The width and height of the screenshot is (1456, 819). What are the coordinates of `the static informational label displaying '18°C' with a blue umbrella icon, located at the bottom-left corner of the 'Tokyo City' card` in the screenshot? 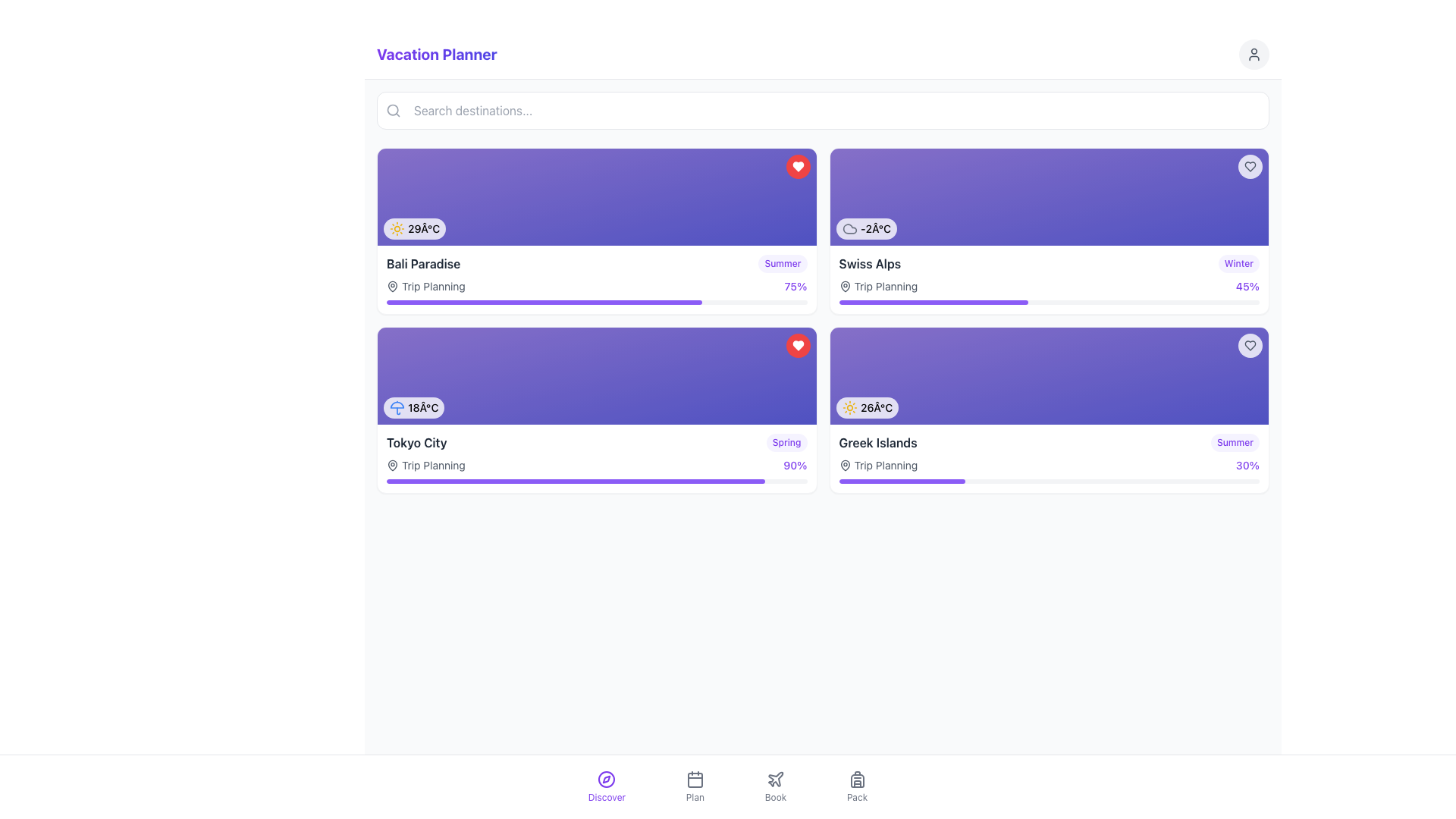 It's located at (414, 406).